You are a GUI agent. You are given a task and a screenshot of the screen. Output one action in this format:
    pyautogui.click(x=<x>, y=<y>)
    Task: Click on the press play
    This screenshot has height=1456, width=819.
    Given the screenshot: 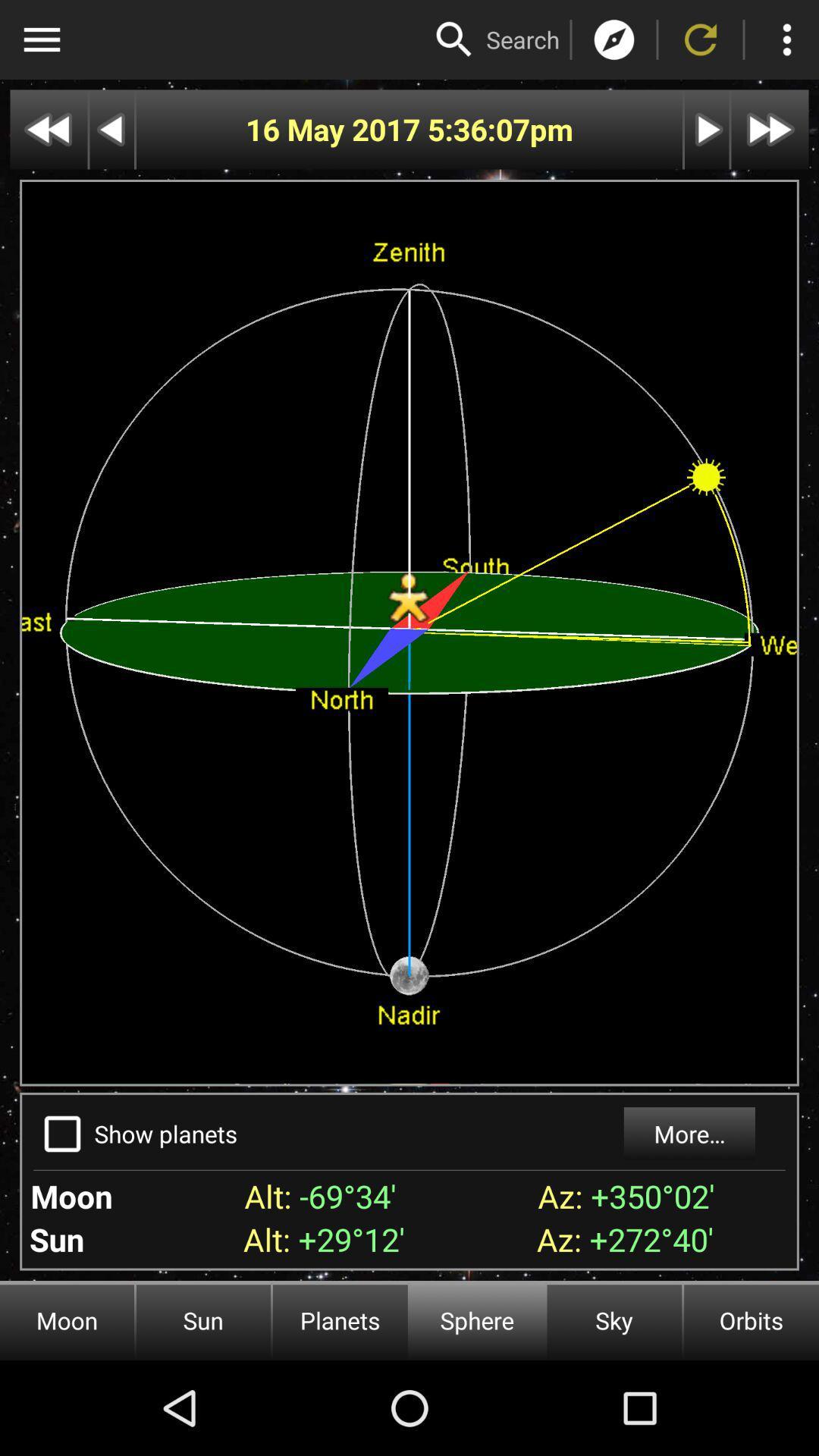 What is the action you would take?
    pyautogui.click(x=707, y=130)
    